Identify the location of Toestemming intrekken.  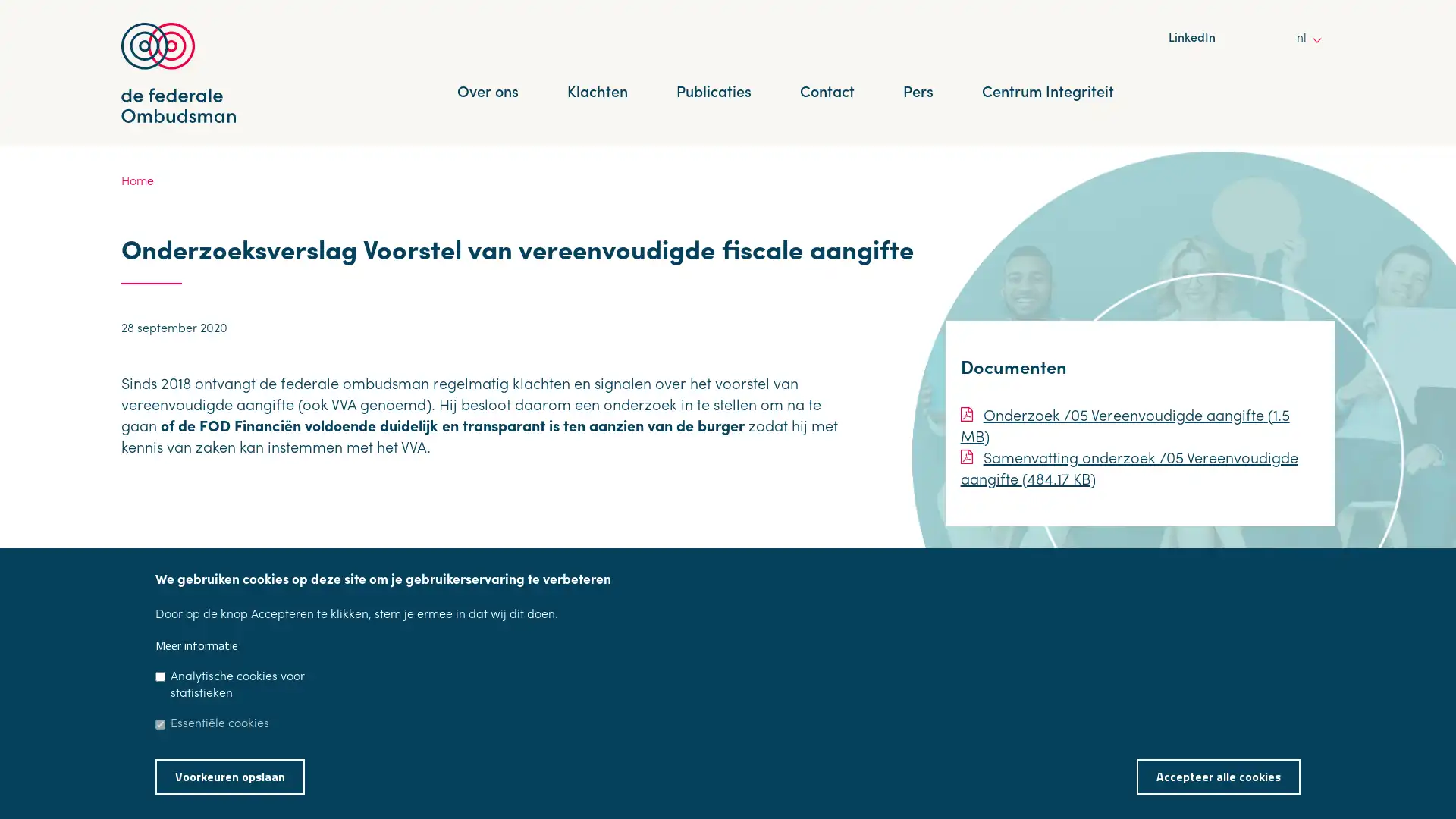
(1319, 766).